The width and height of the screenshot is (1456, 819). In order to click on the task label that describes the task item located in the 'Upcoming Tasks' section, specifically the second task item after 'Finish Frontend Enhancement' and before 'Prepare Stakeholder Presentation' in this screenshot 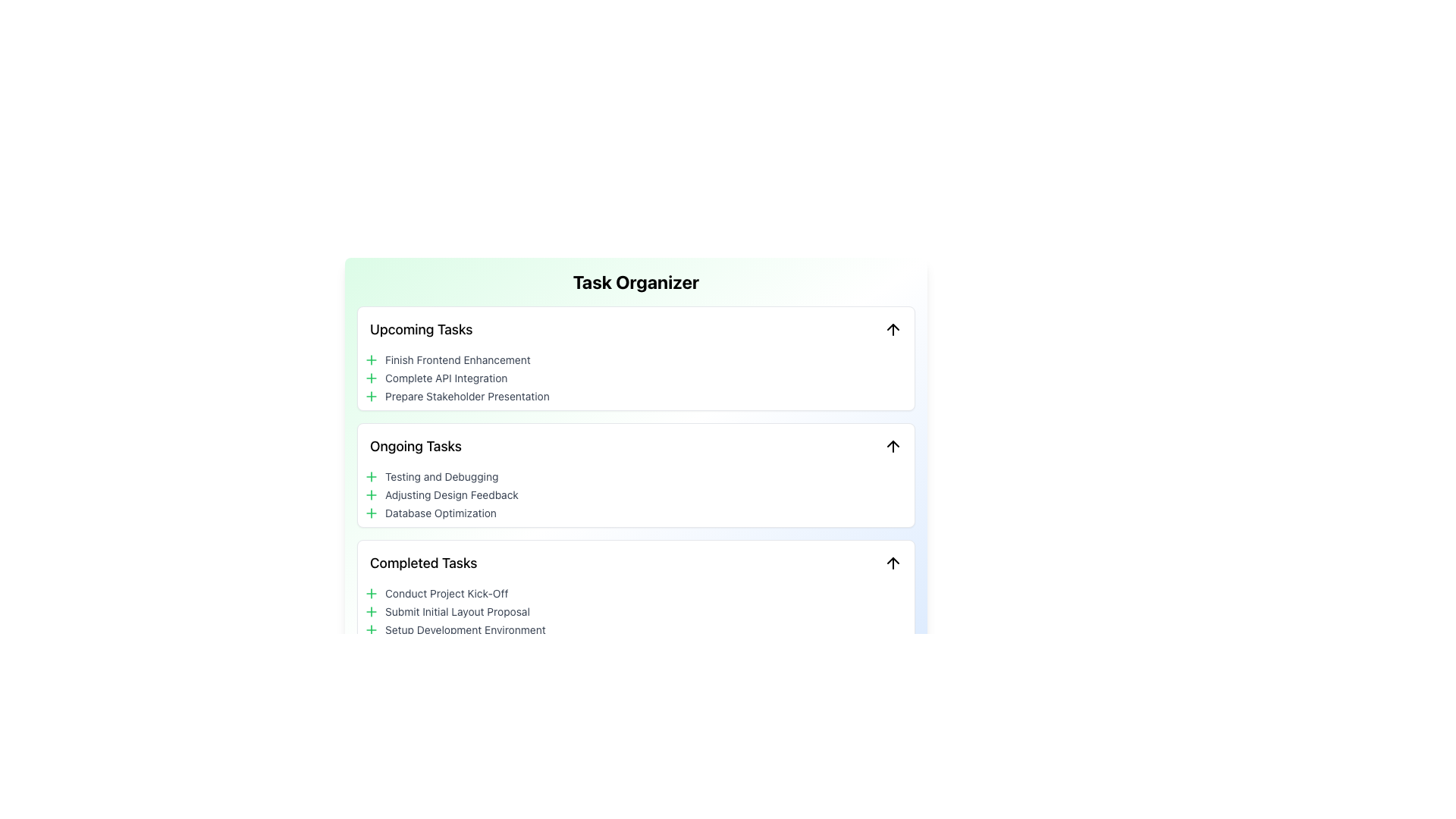, I will do `click(445, 377)`.